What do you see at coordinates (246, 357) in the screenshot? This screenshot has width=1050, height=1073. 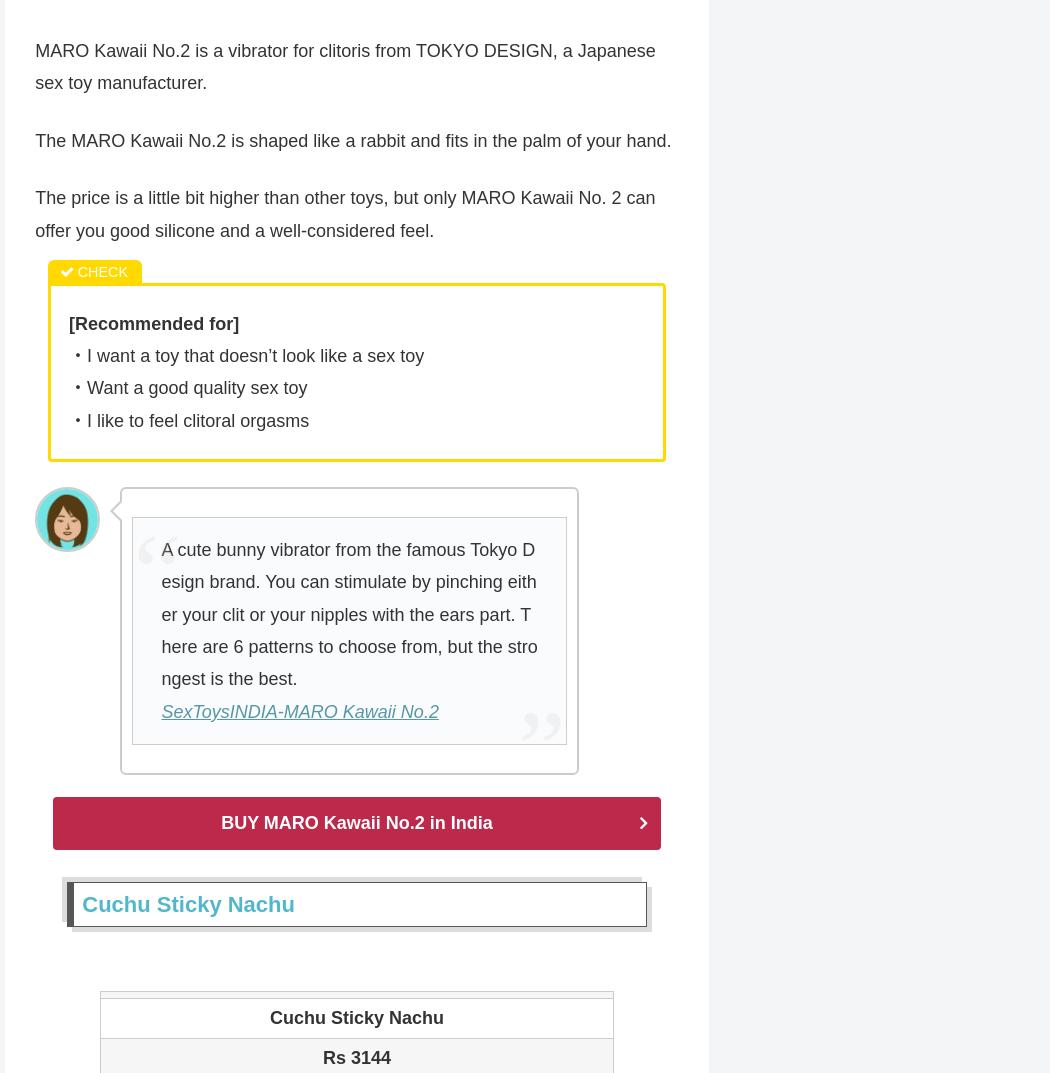 I see `'・I want a toy that doesn’t look like a sex toy'` at bounding box center [246, 357].